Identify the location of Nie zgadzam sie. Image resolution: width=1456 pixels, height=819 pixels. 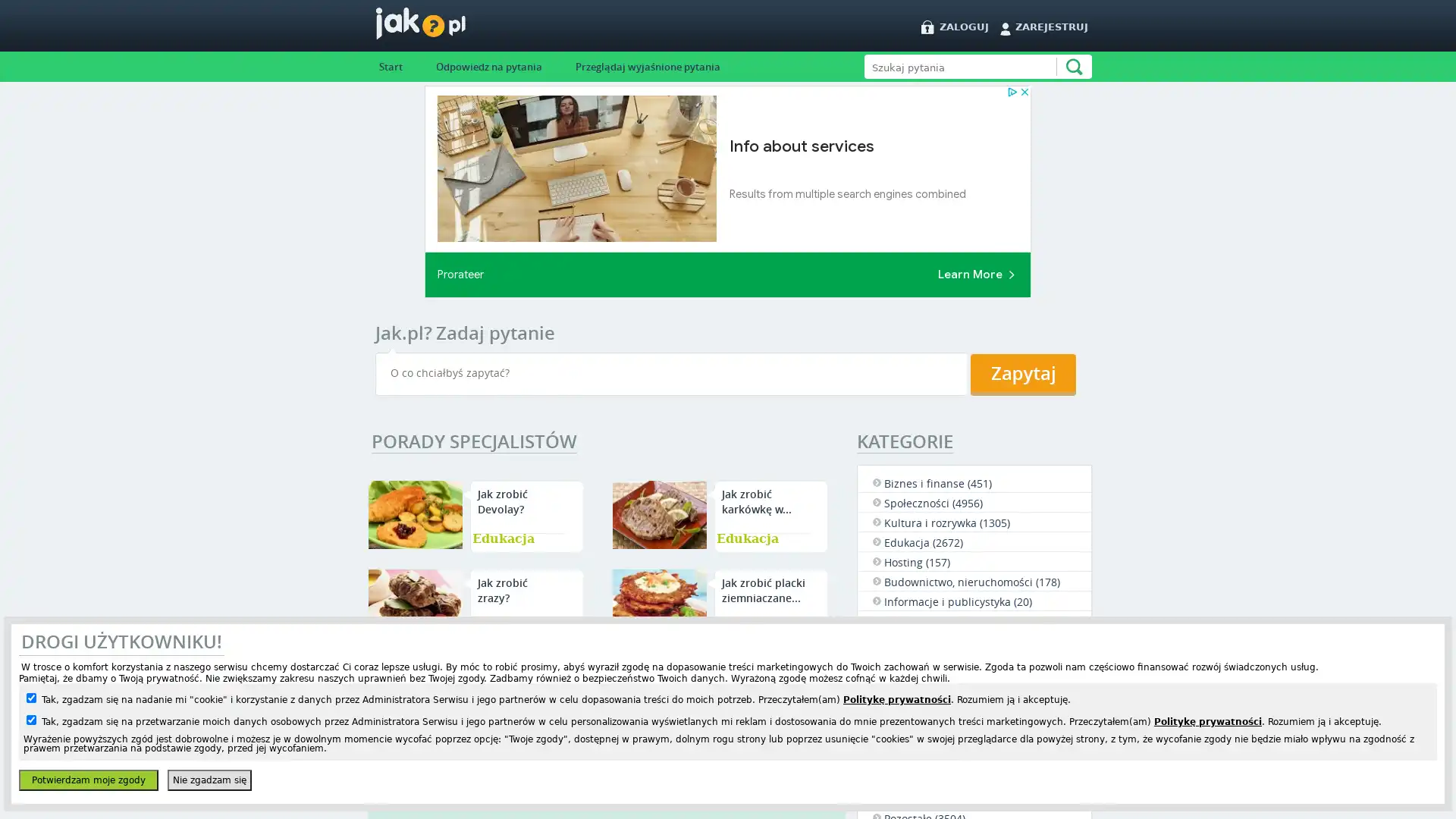
(209, 780).